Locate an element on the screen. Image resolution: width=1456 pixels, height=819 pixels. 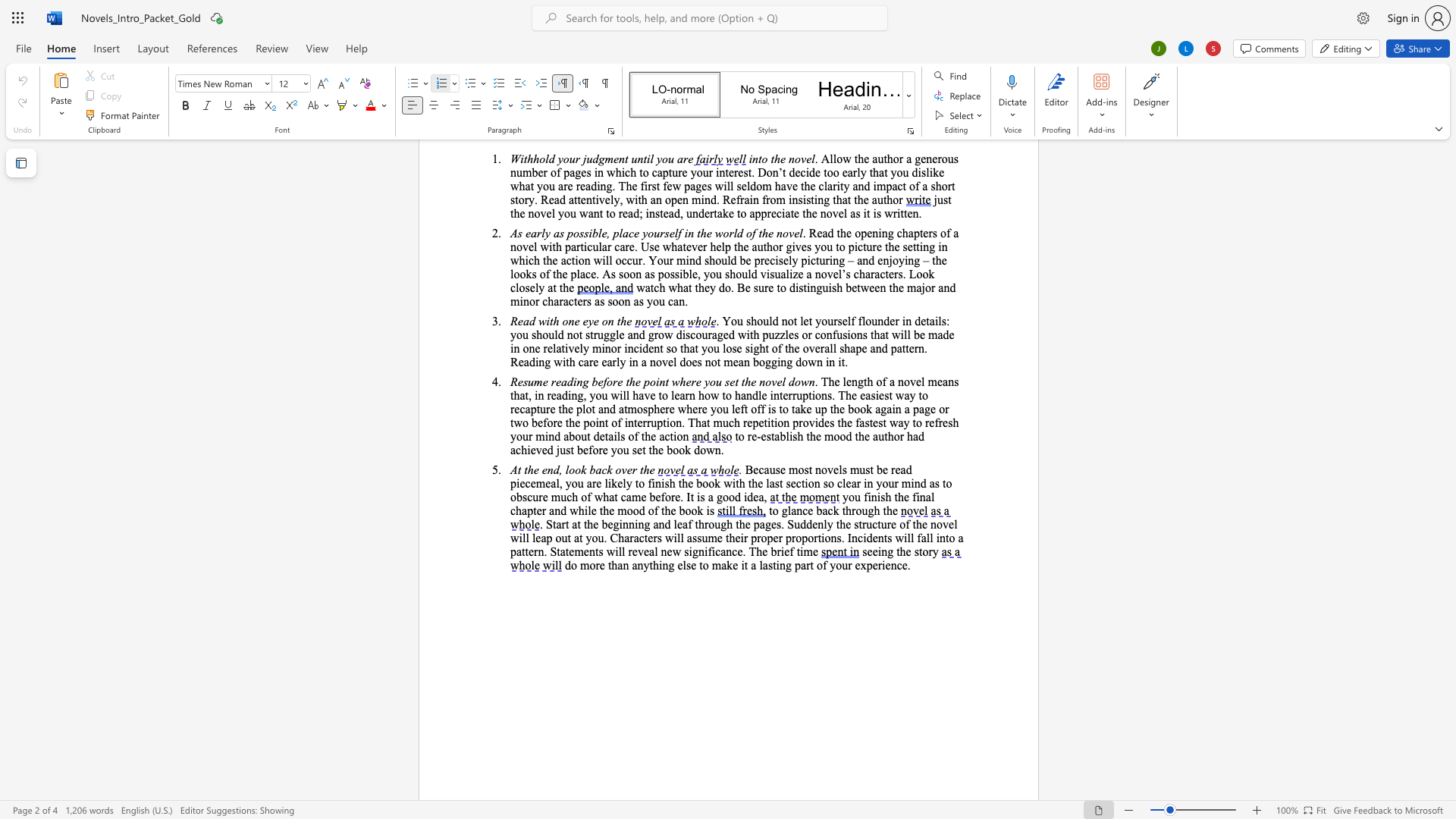
the 3th character "t" in the text is located at coordinates (884, 510).